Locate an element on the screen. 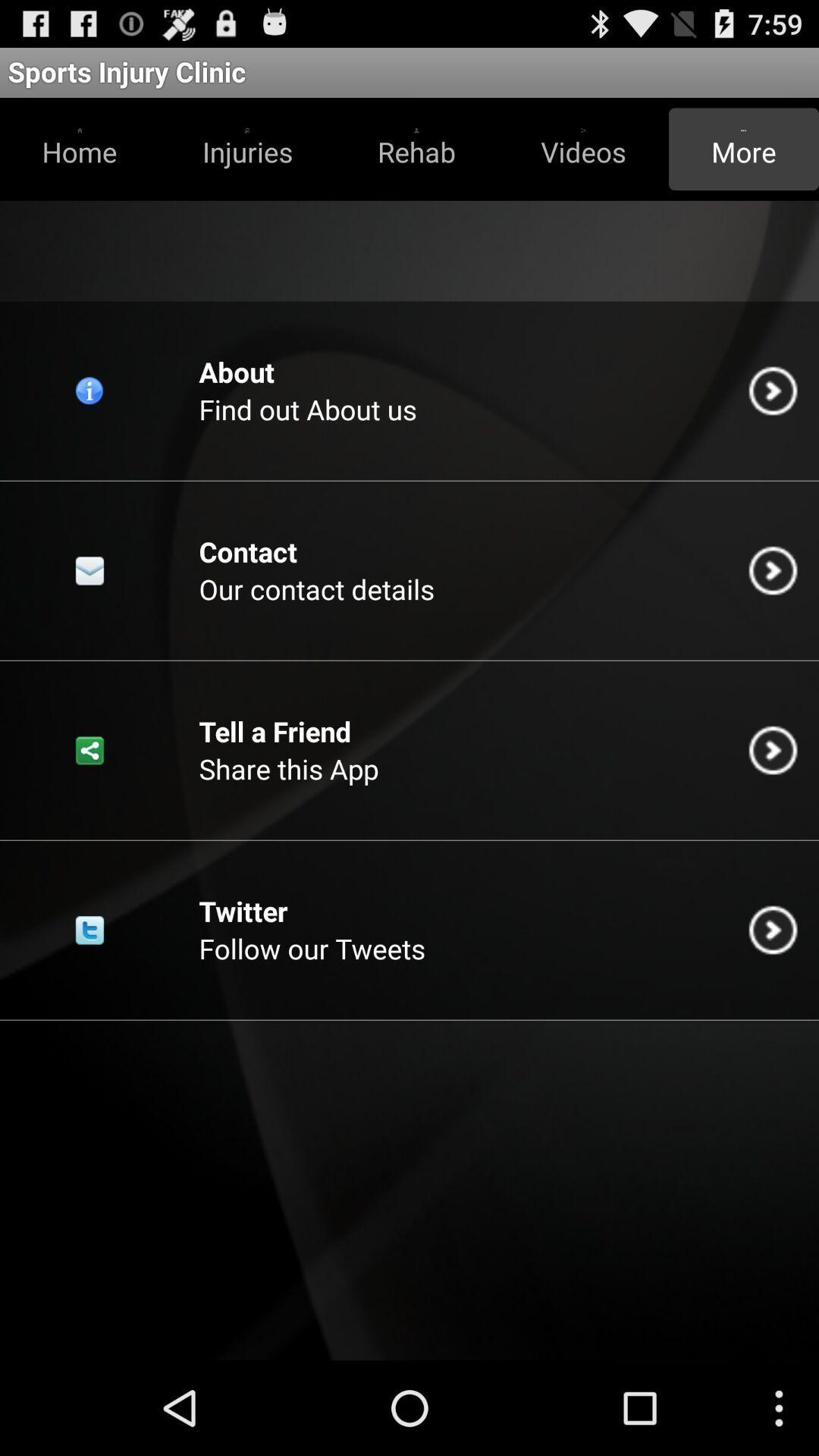  item above the find out about is located at coordinates (416, 149).